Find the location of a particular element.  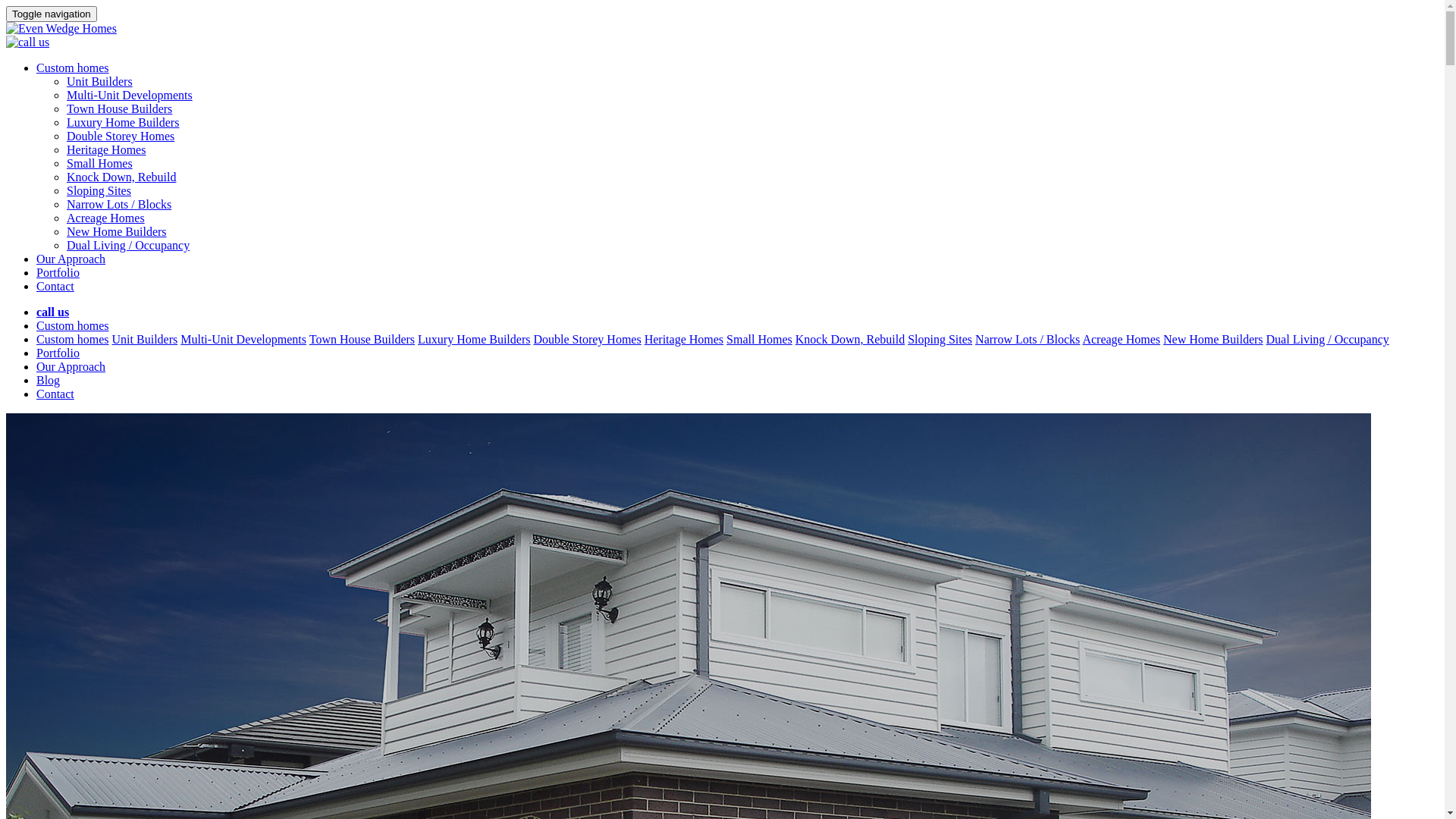

'Our Approach' is located at coordinates (70, 258).